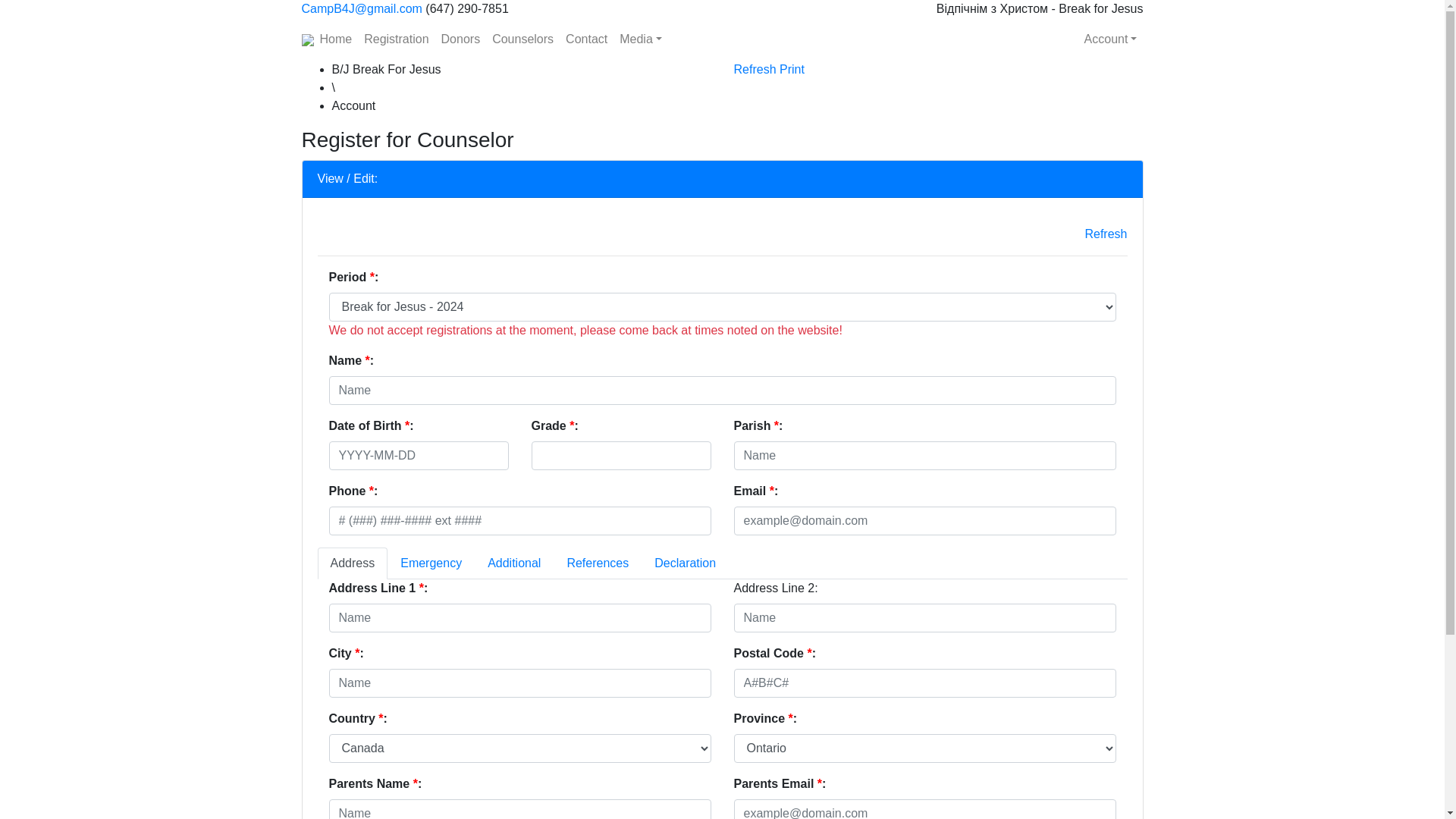  What do you see at coordinates (335, 38) in the screenshot?
I see `'Home'` at bounding box center [335, 38].